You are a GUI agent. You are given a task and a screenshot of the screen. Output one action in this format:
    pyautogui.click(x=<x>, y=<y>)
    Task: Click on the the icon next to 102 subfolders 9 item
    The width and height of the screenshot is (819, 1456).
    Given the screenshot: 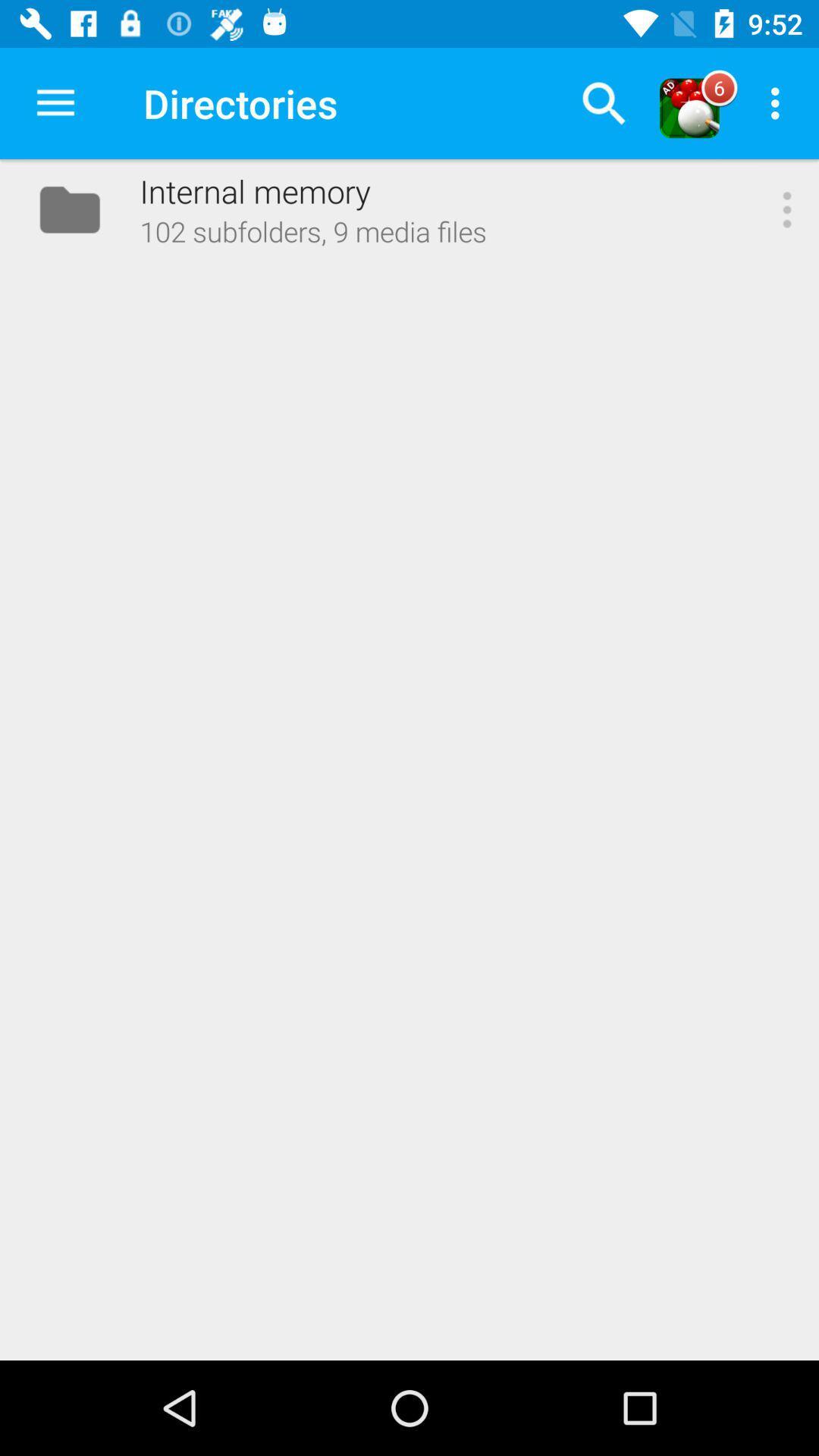 What is the action you would take?
    pyautogui.click(x=786, y=209)
    